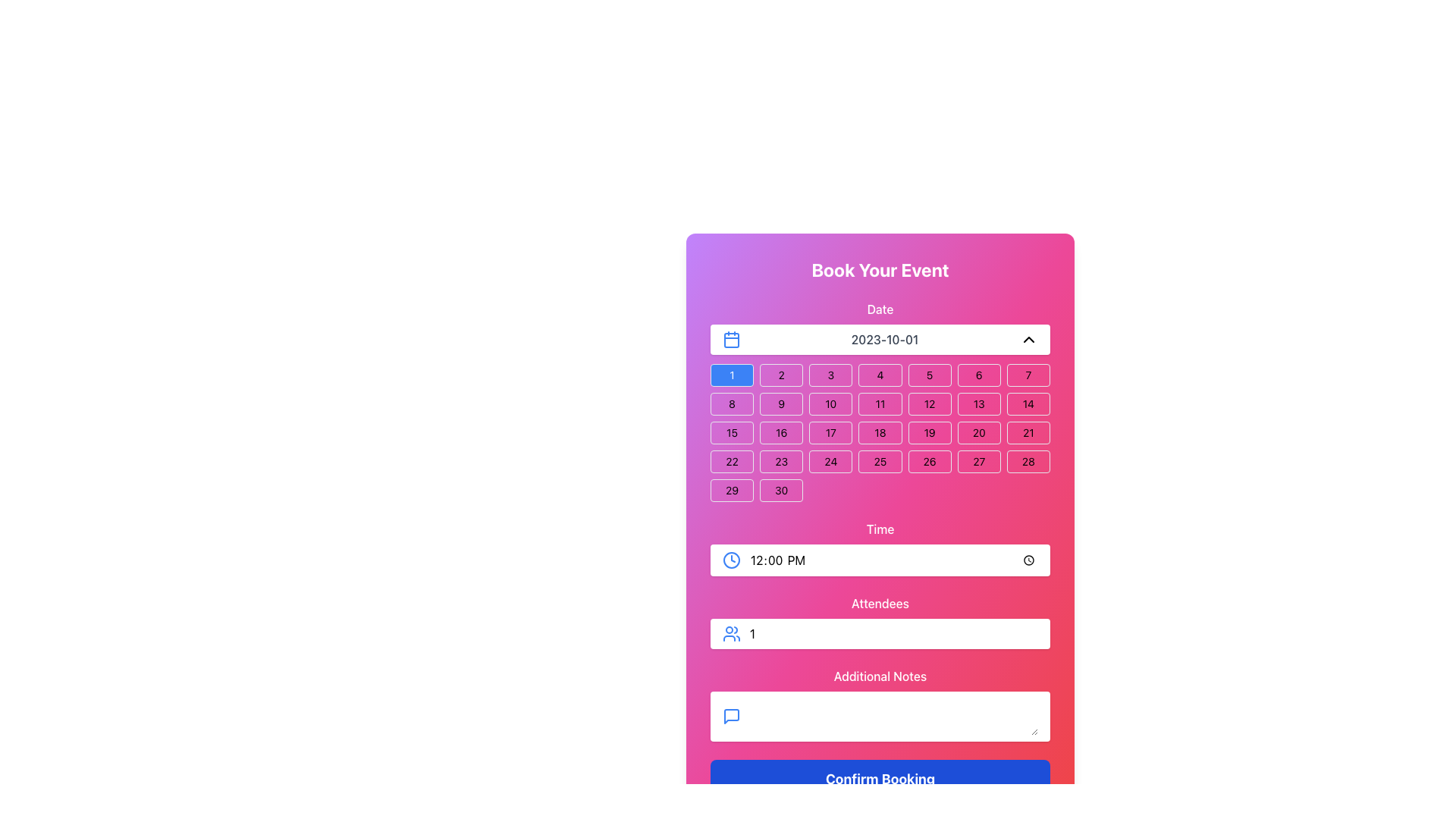  I want to click on the numeric input field labeled 'Attendees' to change the number, so click(880, 622).